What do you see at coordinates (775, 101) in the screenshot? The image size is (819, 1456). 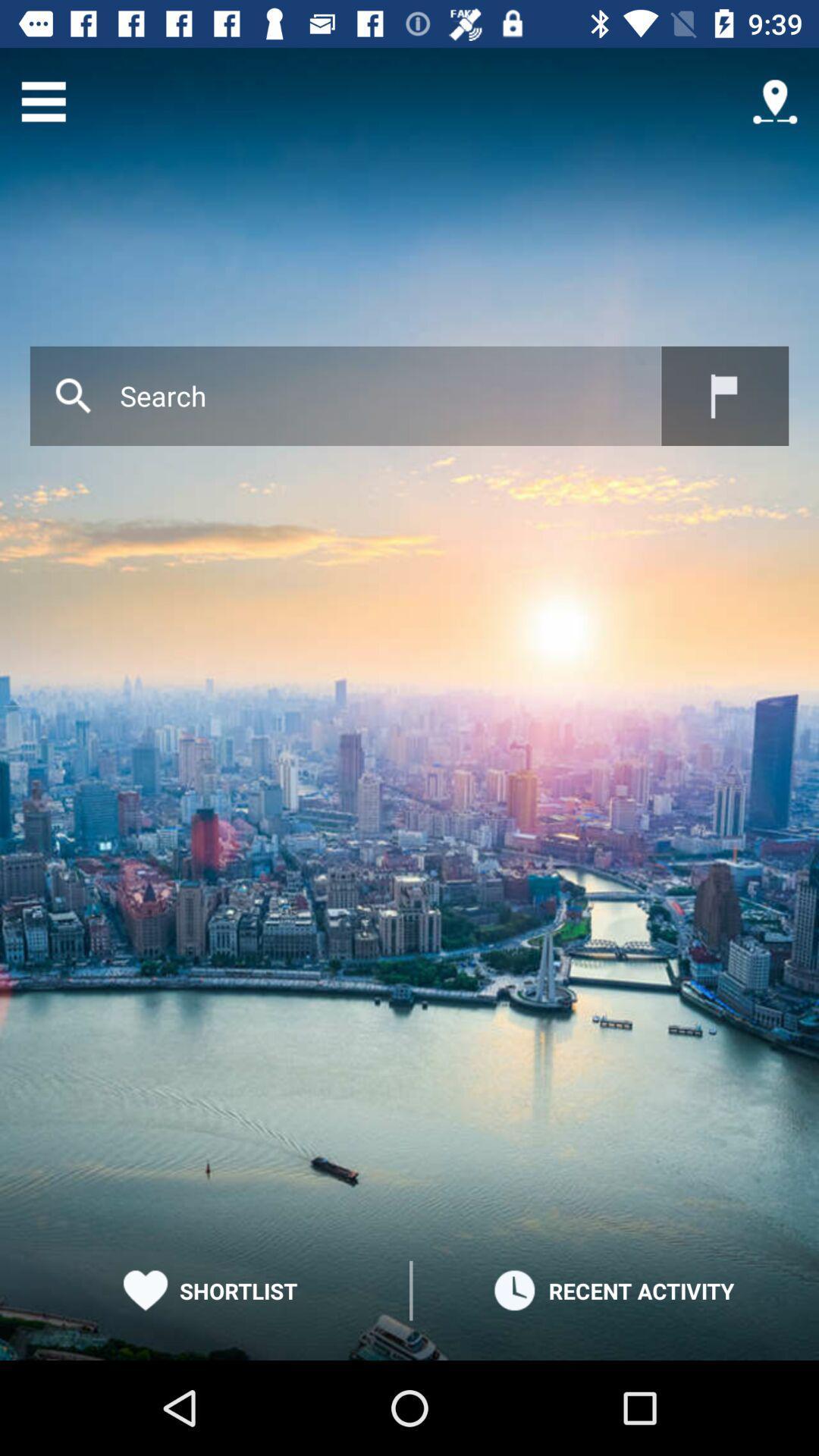 I see `the location icon` at bounding box center [775, 101].